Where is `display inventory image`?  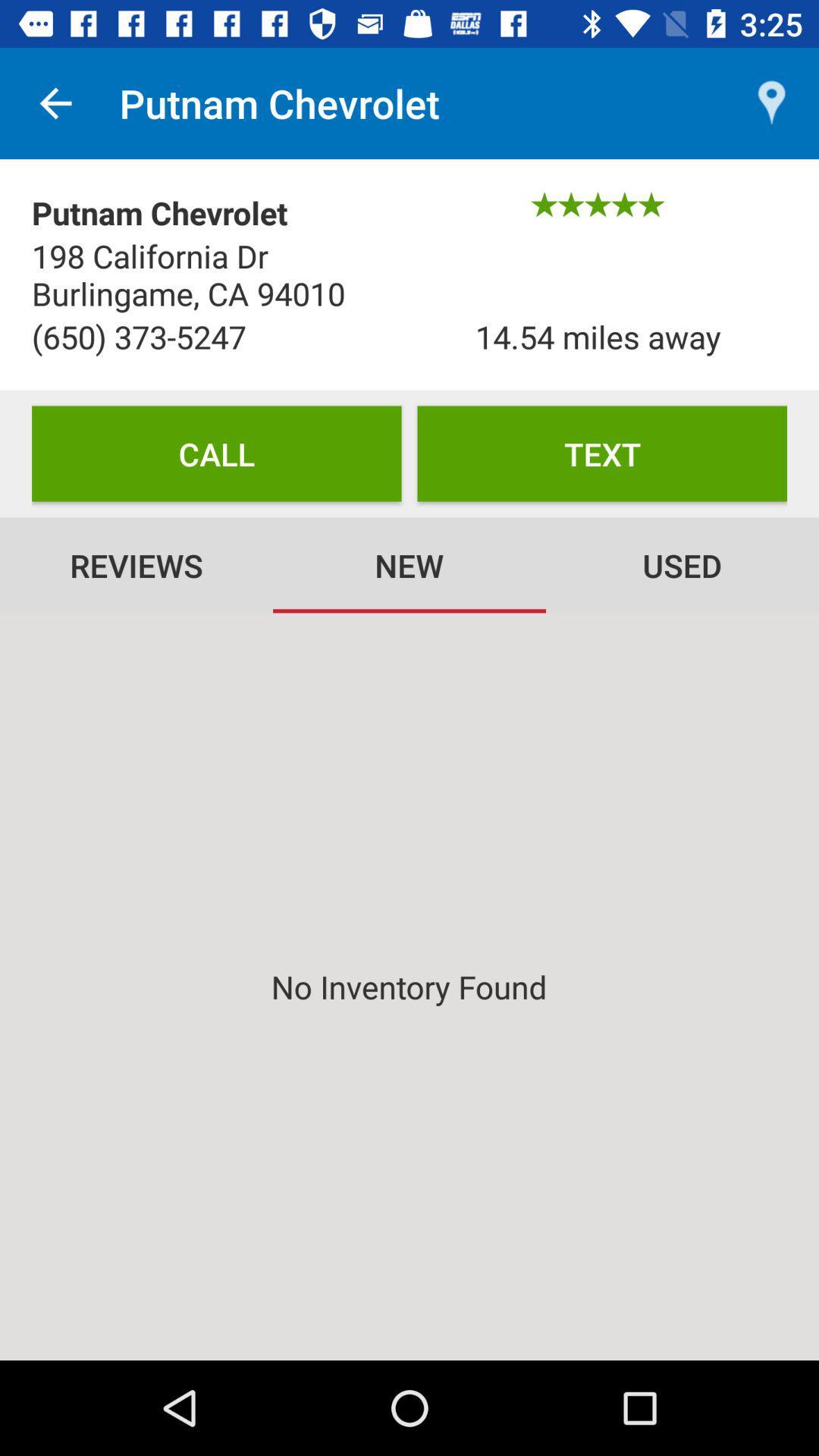
display inventory image is located at coordinates (409, 987).